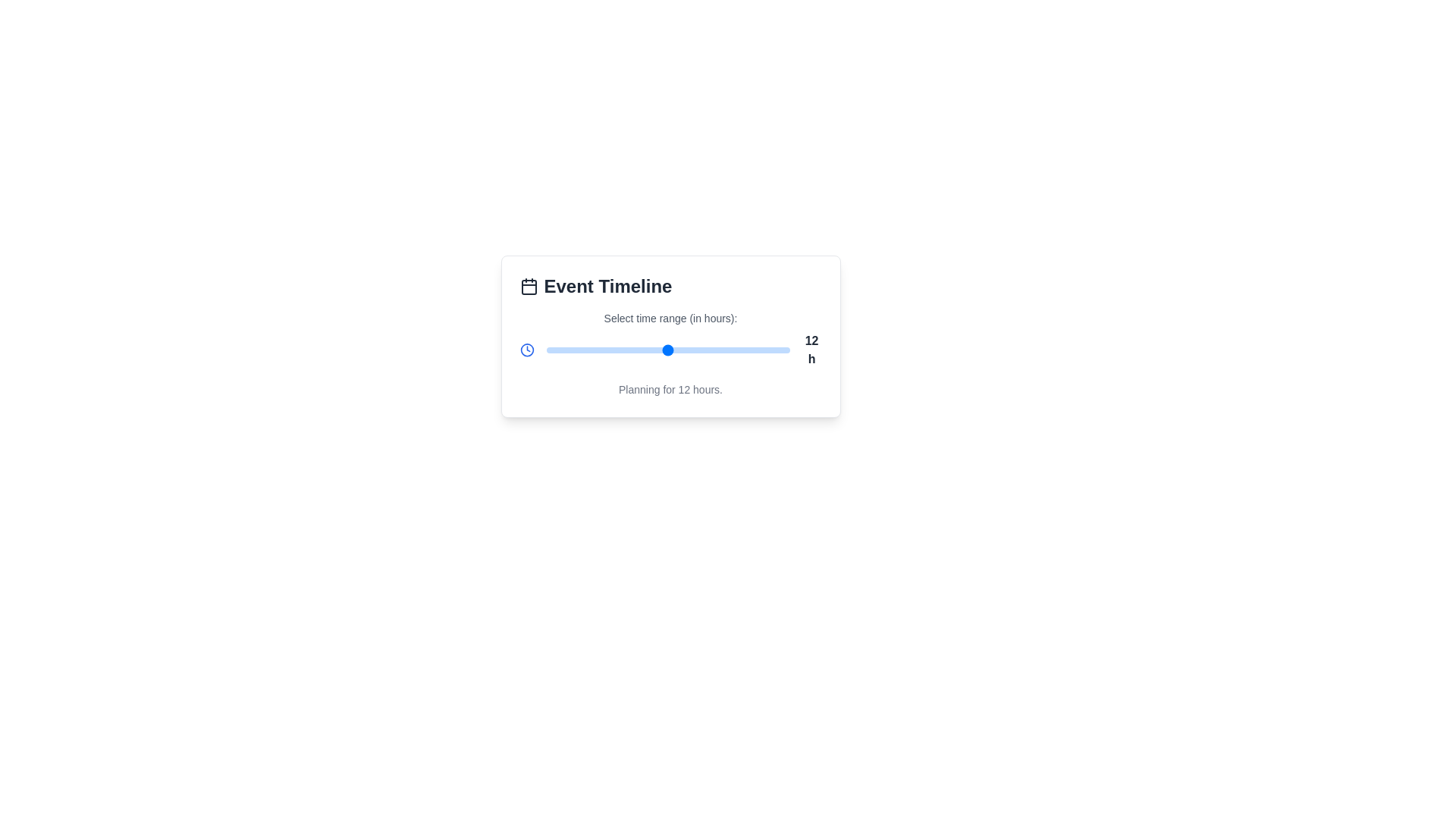 The height and width of the screenshot is (819, 1456). Describe the element at coordinates (698, 350) in the screenshot. I see `the timeline duration` at that location.